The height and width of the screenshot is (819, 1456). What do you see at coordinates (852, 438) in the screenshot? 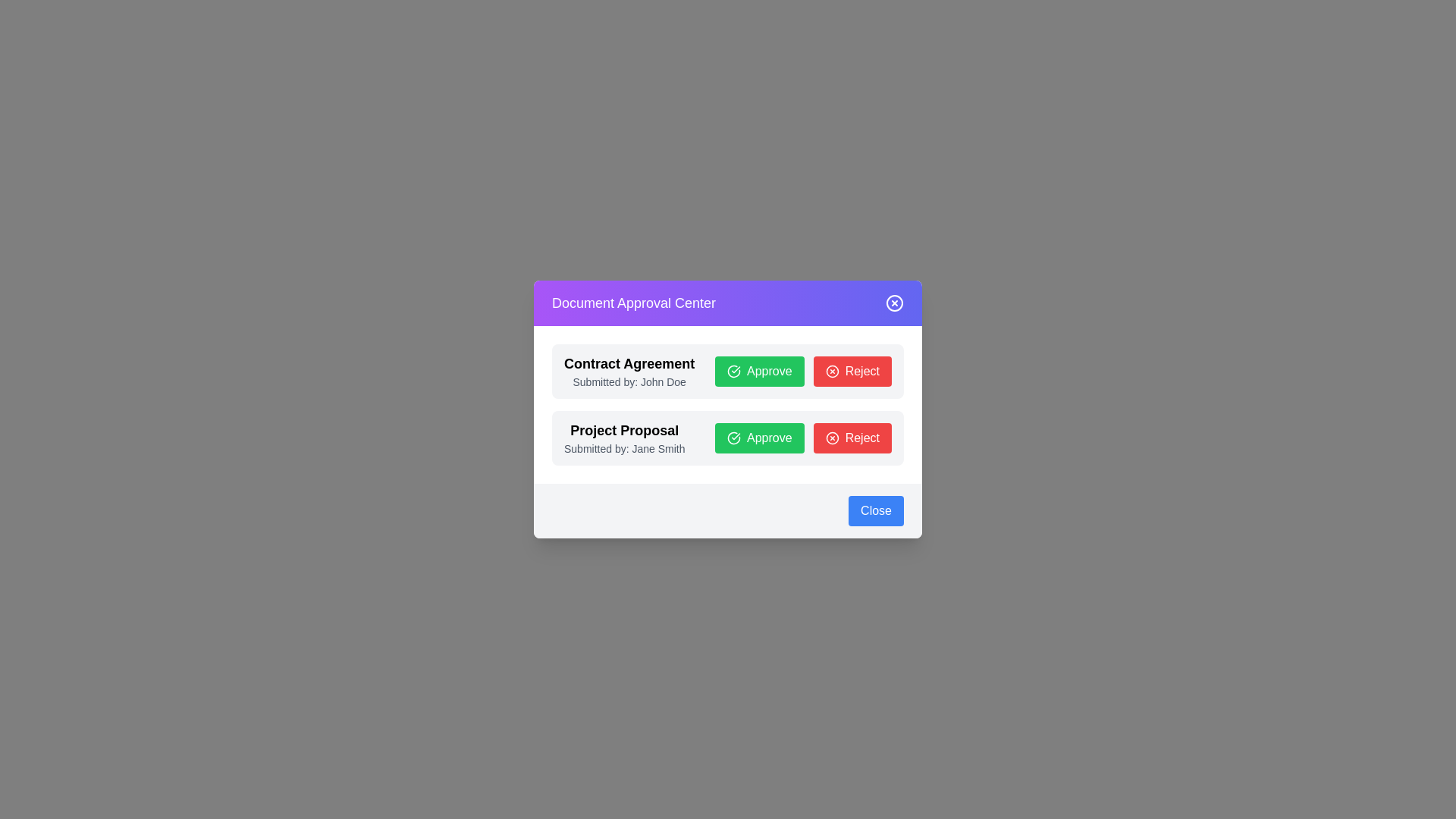
I see `the red 'Reject' button located in the bottom-right section of the 'Project Proposal' modal to reject the proposal` at bounding box center [852, 438].